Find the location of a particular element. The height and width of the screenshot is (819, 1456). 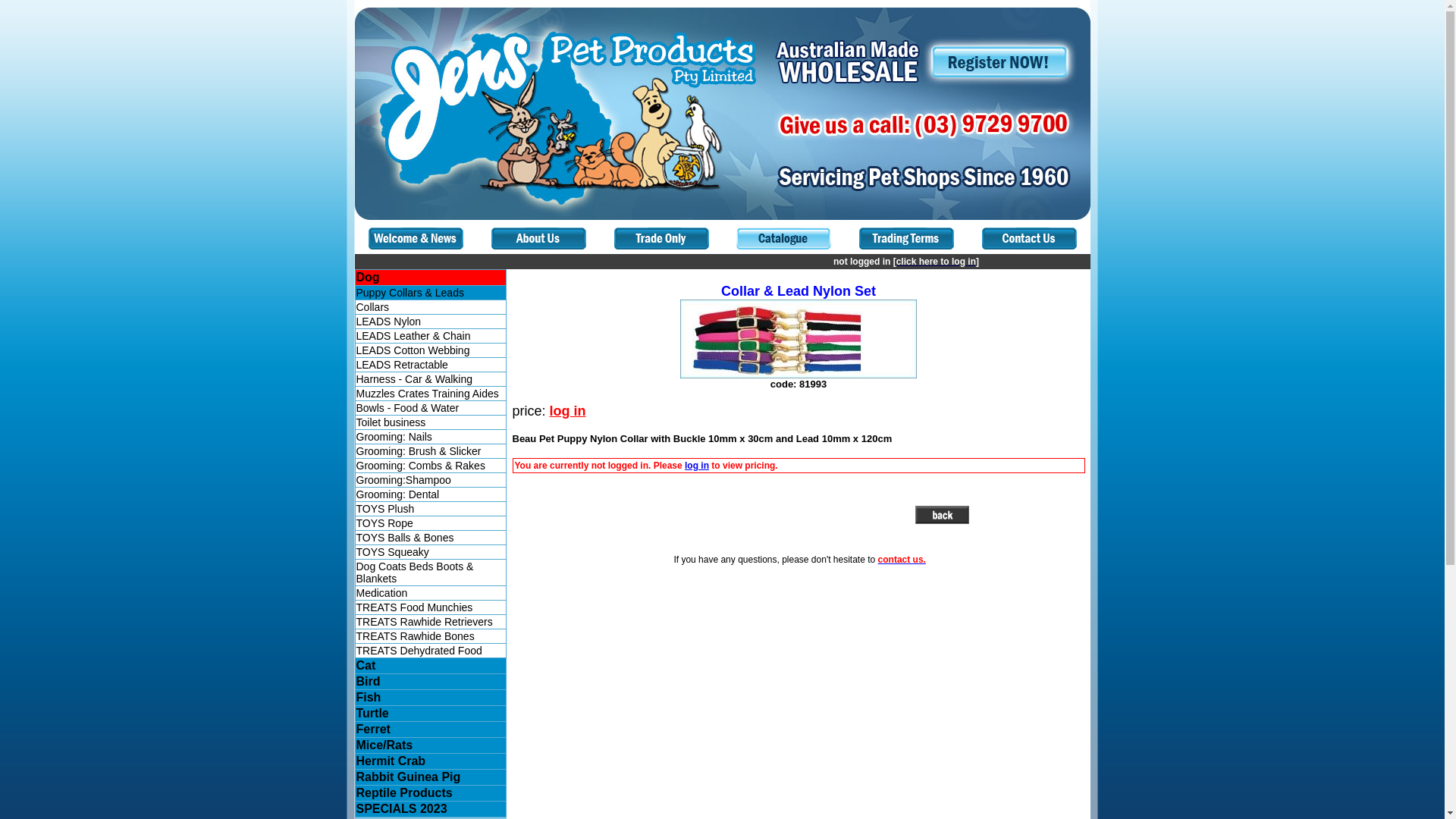

'TREATS Rawhide Retrievers' is located at coordinates (353, 622).